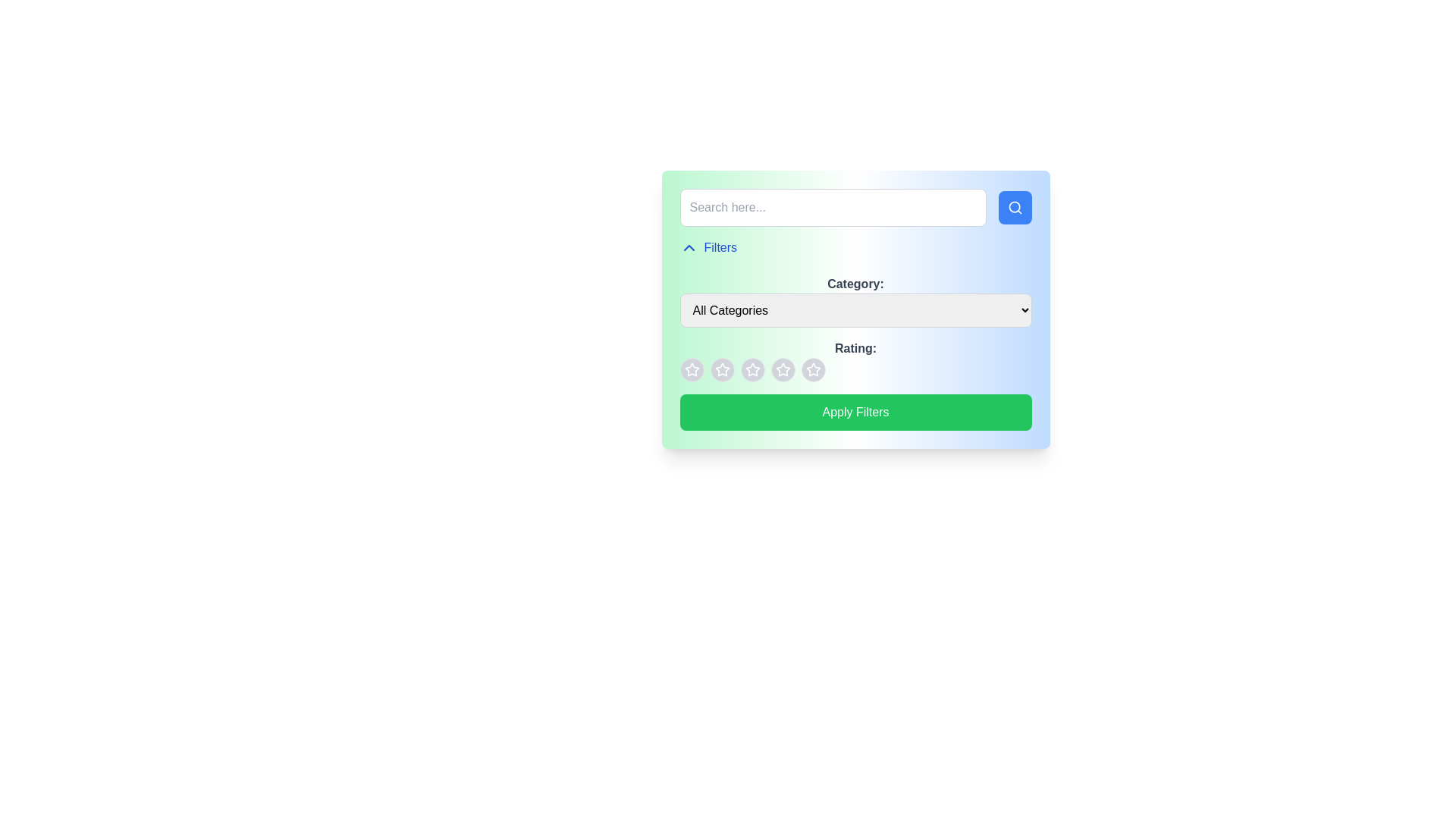 Image resolution: width=1456 pixels, height=819 pixels. What do you see at coordinates (1014, 207) in the screenshot?
I see `the decorative circle of the magnifying glass icon located to the right of the search input field in the filter panel` at bounding box center [1014, 207].